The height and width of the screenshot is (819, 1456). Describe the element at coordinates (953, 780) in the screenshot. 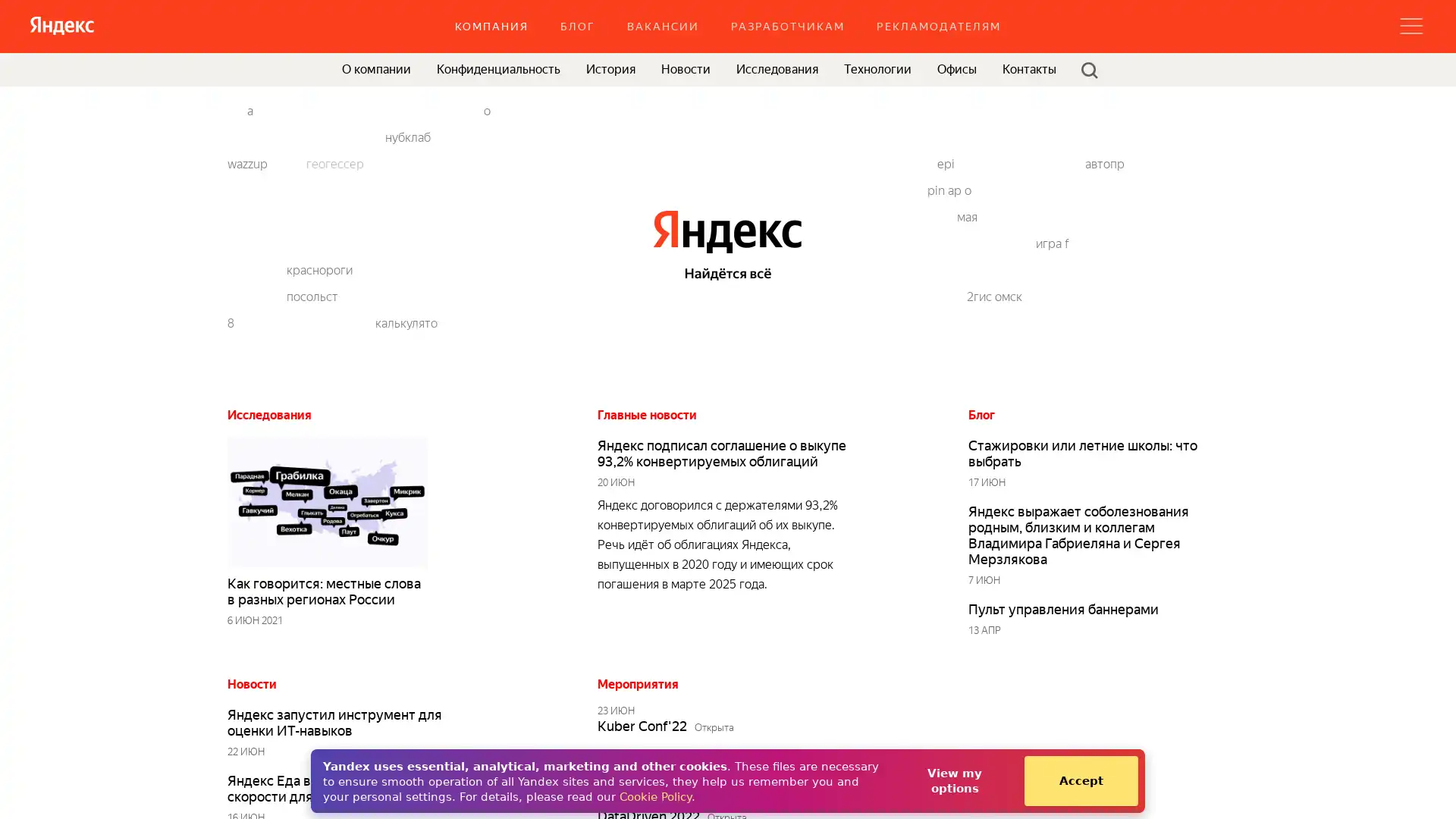

I see `View my options` at that location.